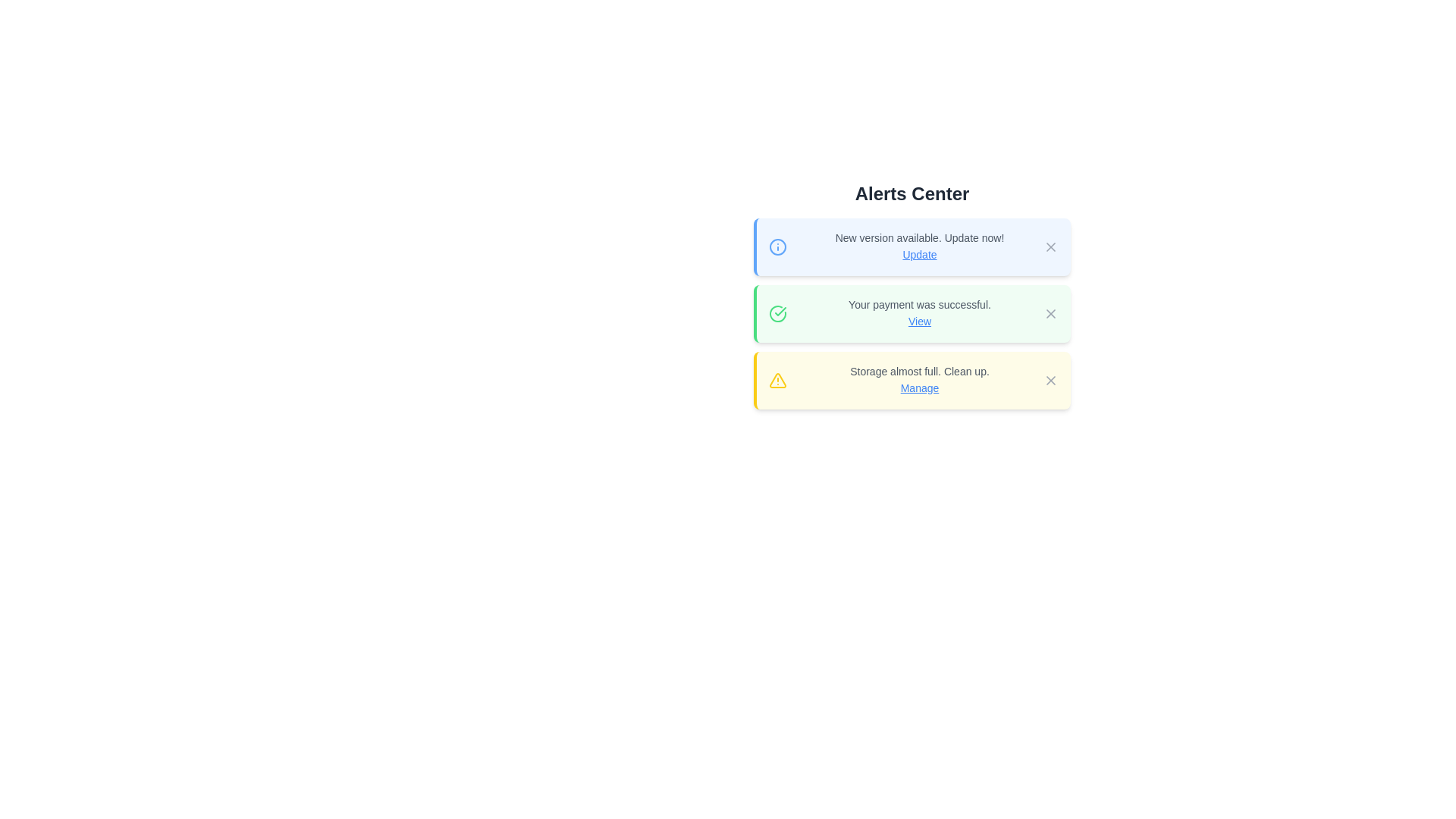  What do you see at coordinates (778, 246) in the screenshot?
I see `the graphical icon component with a blue outline, located in the top-left corner of the first alert box in the 'Alerts Center' interface` at bounding box center [778, 246].